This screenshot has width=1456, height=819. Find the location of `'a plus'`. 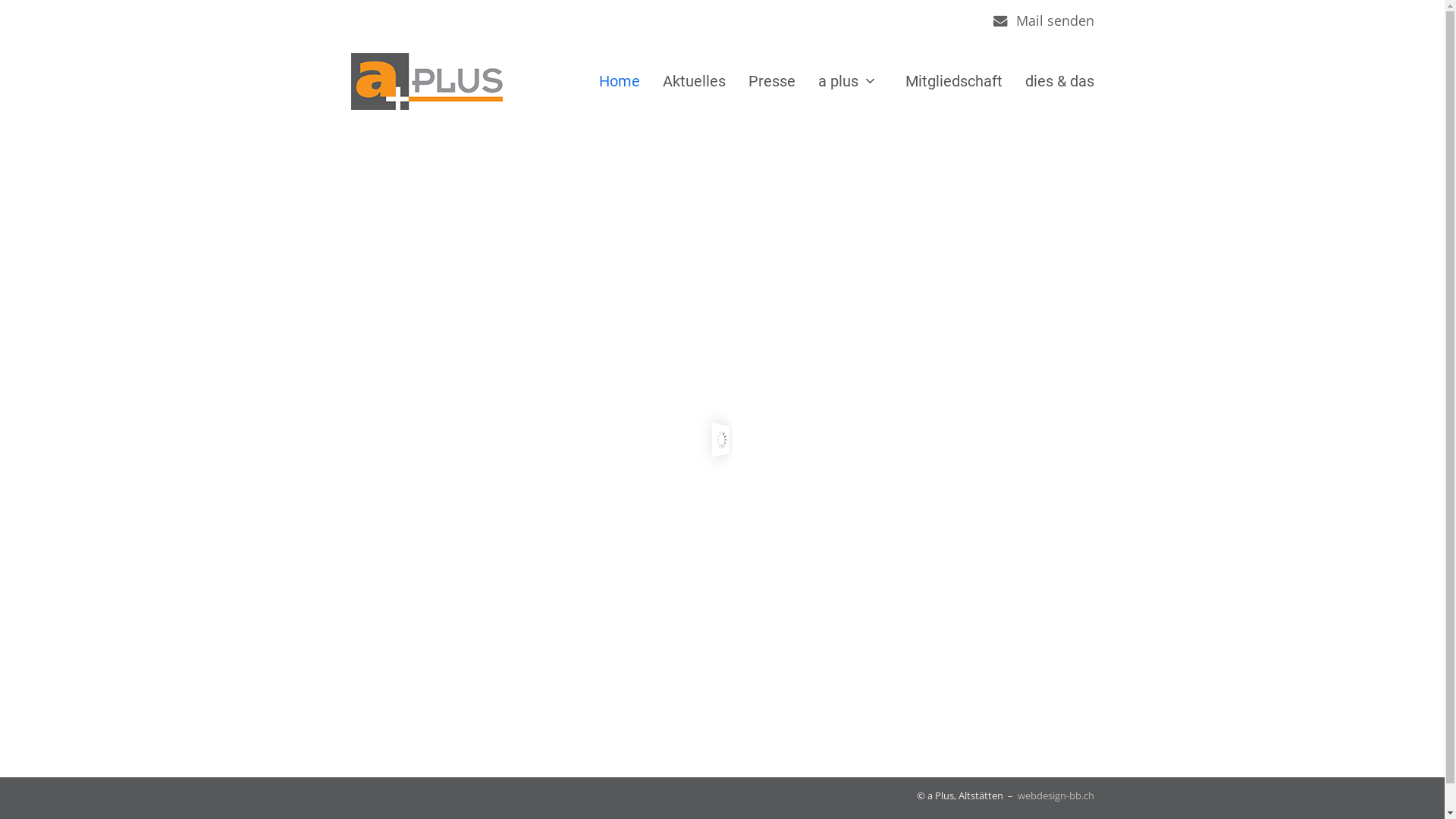

'a plus' is located at coordinates (850, 81).